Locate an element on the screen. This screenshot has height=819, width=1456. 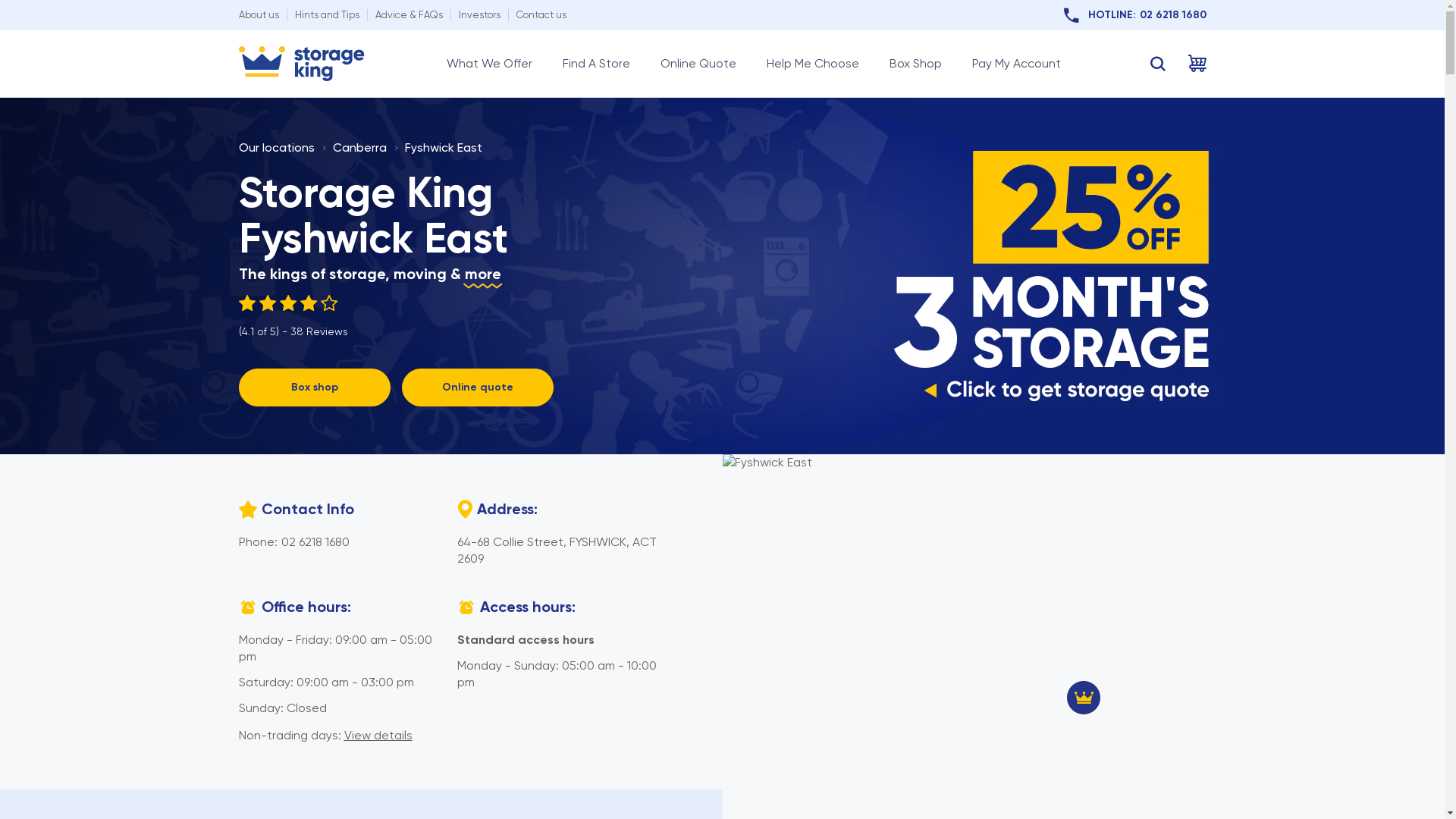
'Box Shop' is located at coordinates (914, 63).